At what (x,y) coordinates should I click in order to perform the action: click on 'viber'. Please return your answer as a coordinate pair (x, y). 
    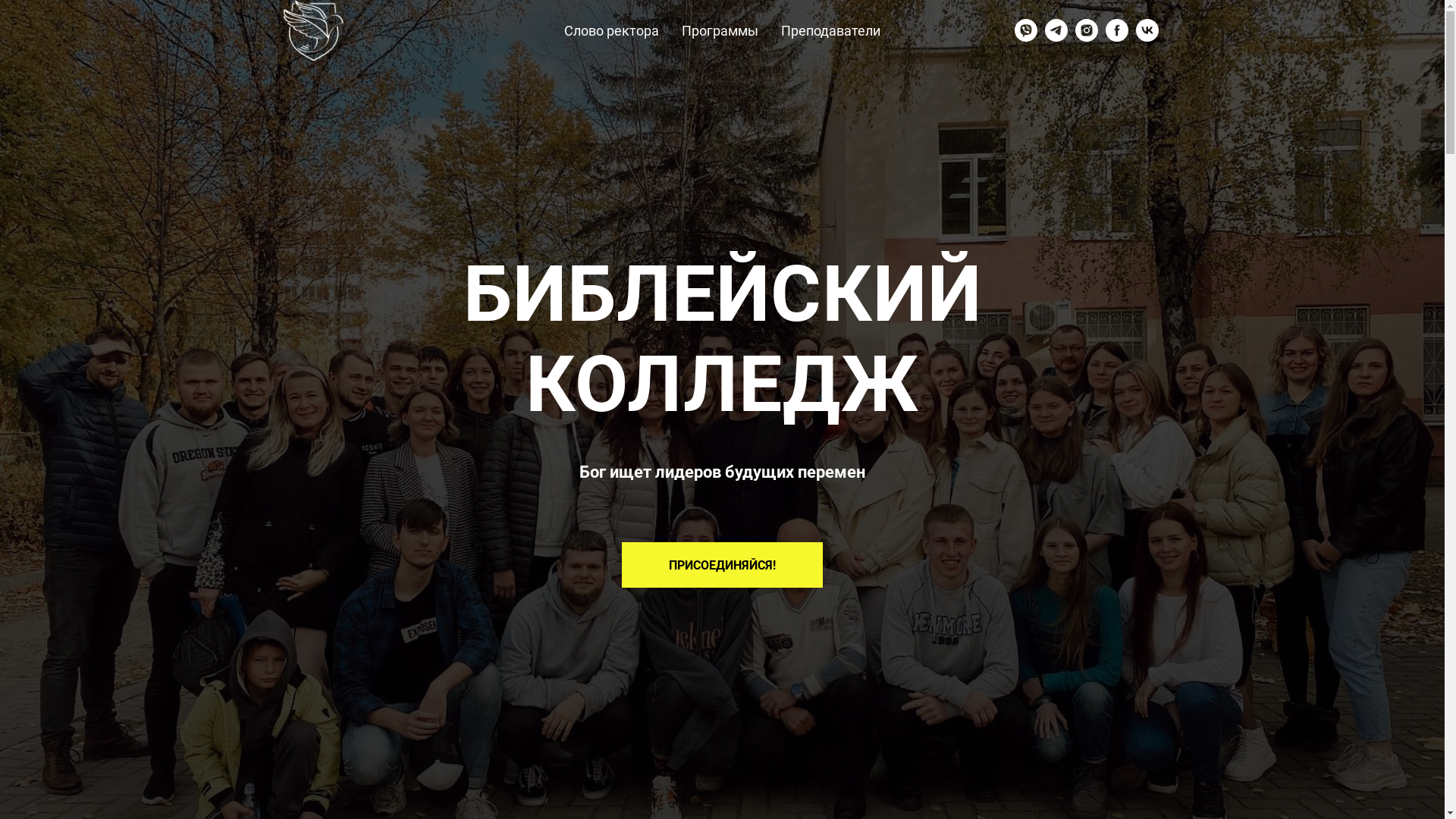
    Looking at the image, I should click on (1026, 30).